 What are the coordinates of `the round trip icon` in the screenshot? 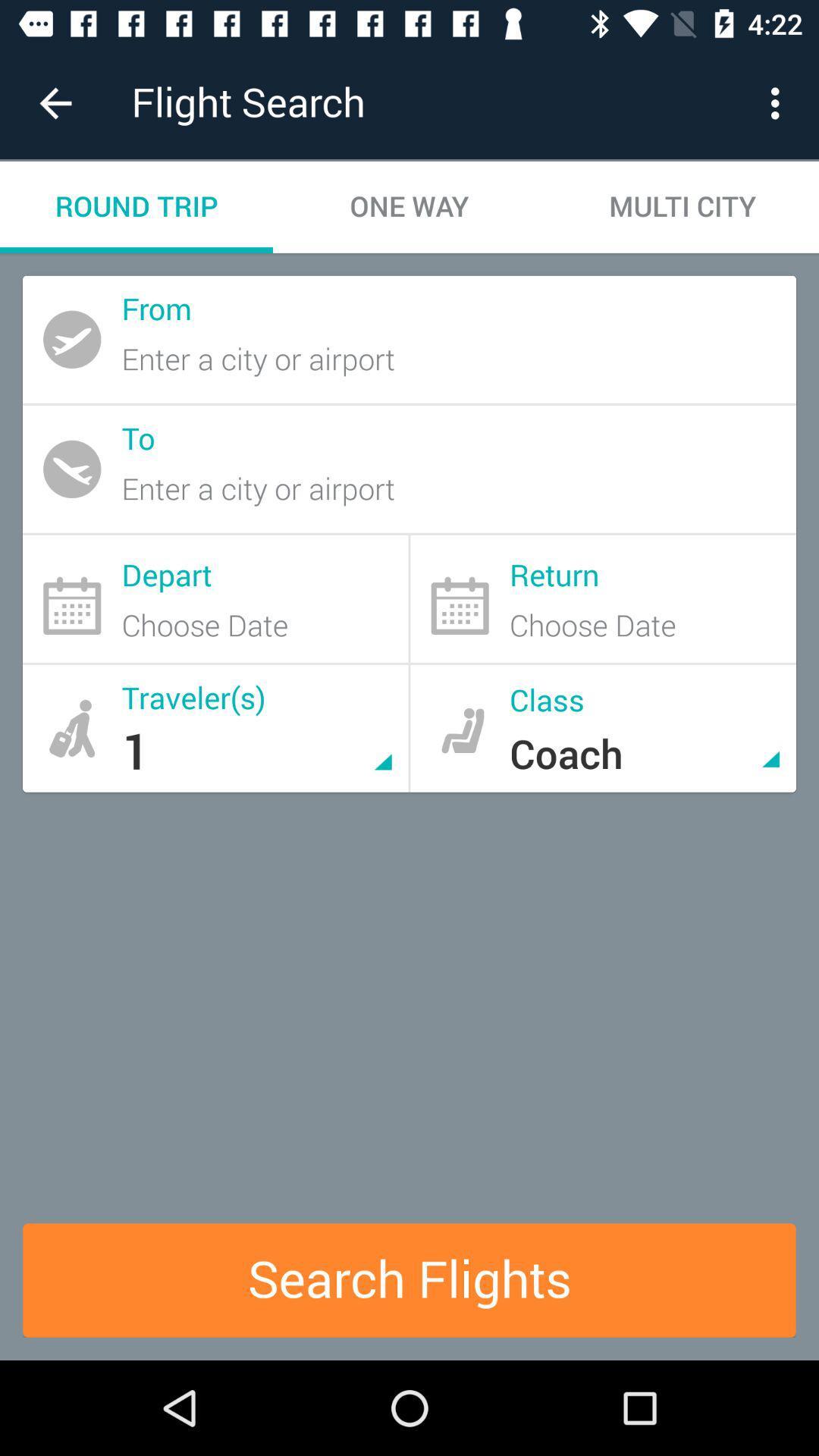 It's located at (136, 206).